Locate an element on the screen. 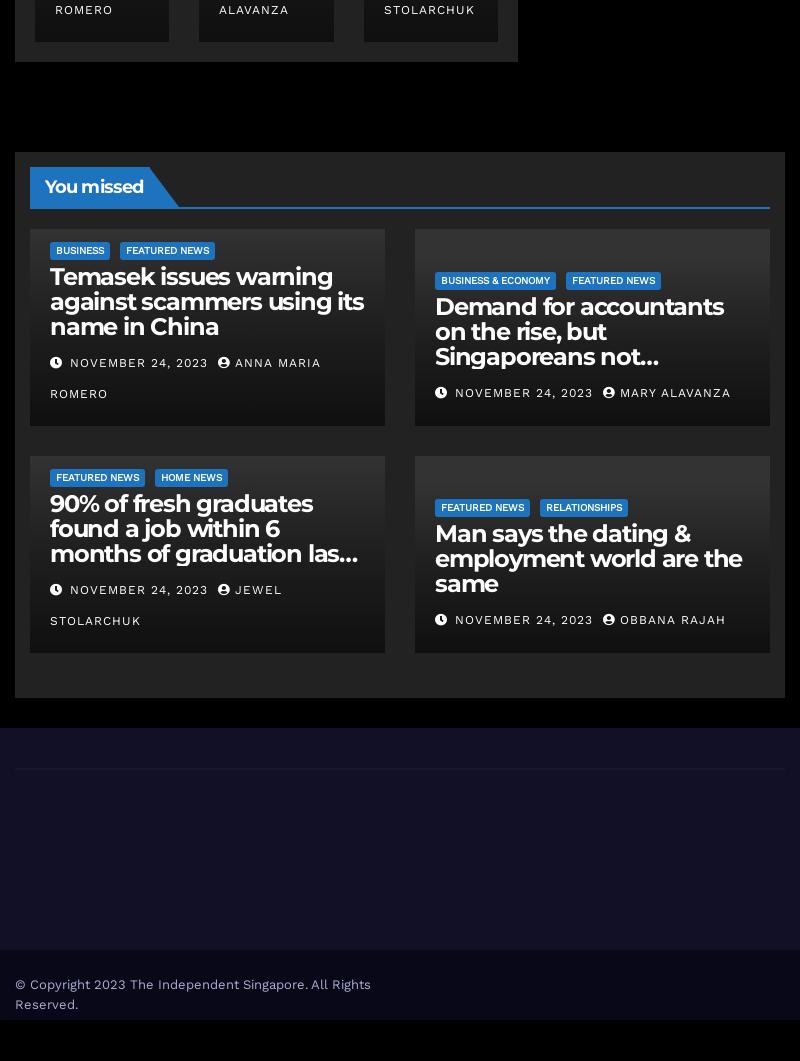 The image size is (800, 1061). 'Anna Maria Romero' is located at coordinates (184, 378).